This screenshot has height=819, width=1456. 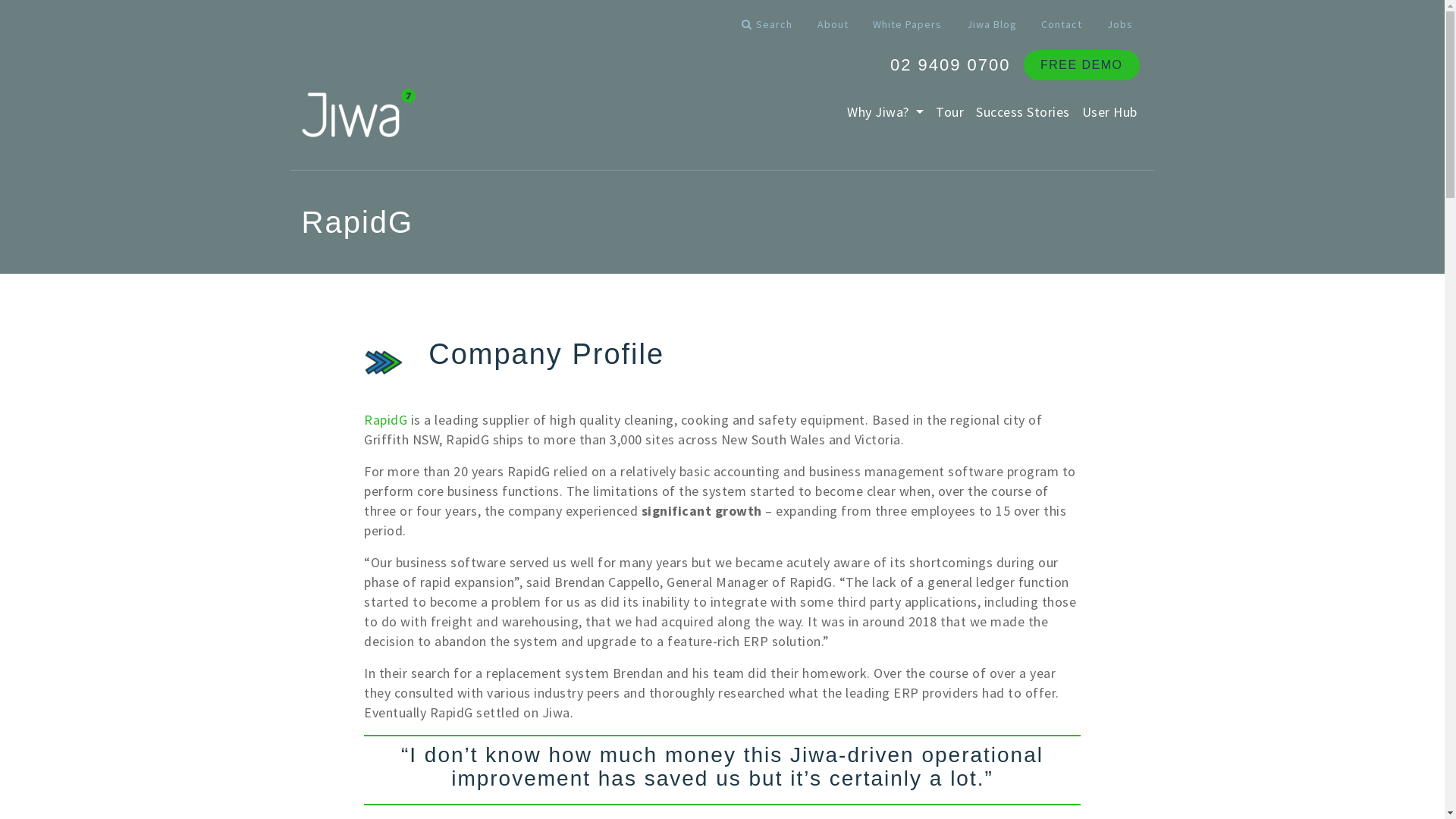 What do you see at coordinates (885, 111) in the screenshot?
I see `'Why Jiwa?'` at bounding box center [885, 111].